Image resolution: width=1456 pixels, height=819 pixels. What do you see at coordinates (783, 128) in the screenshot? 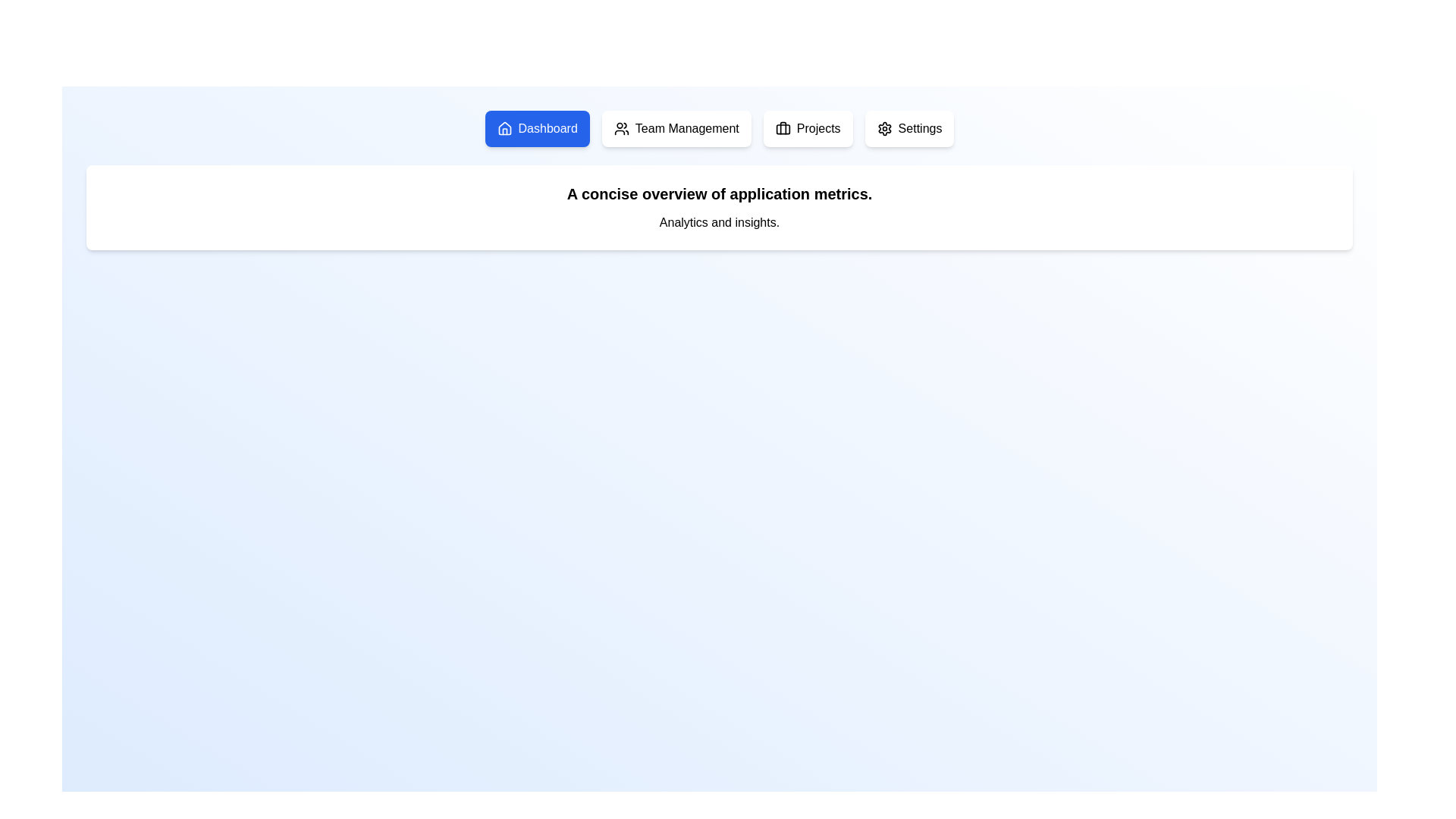
I see `the decorative rounded rectangle shape that is the back of the briefcase icon, which is the third element from the left in the navigation bar at the top` at bounding box center [783, 128].